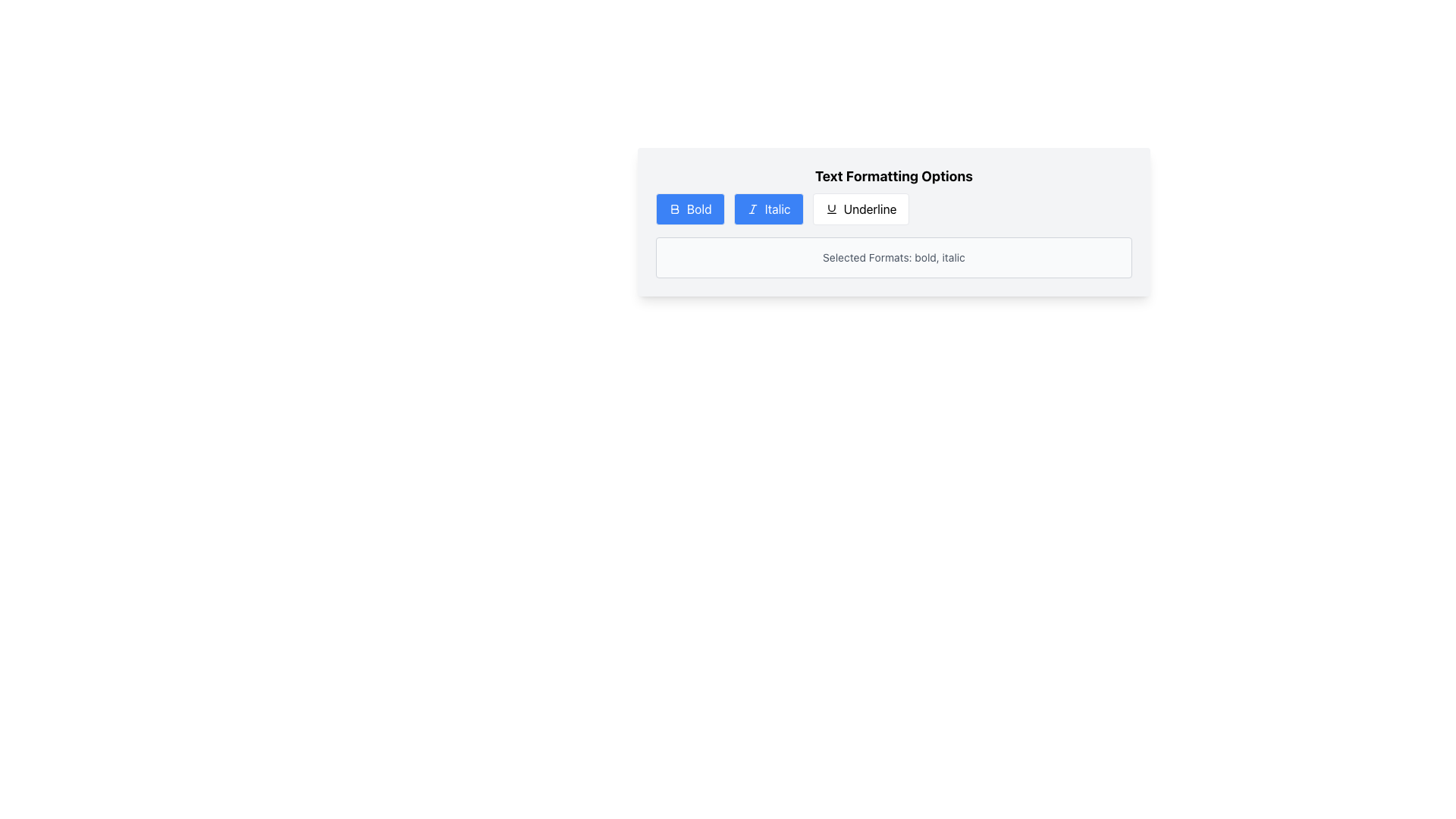  I want to click on status indicator text label that shows the currently selected text formatting options, which are bold and italic, so click(894, 256).